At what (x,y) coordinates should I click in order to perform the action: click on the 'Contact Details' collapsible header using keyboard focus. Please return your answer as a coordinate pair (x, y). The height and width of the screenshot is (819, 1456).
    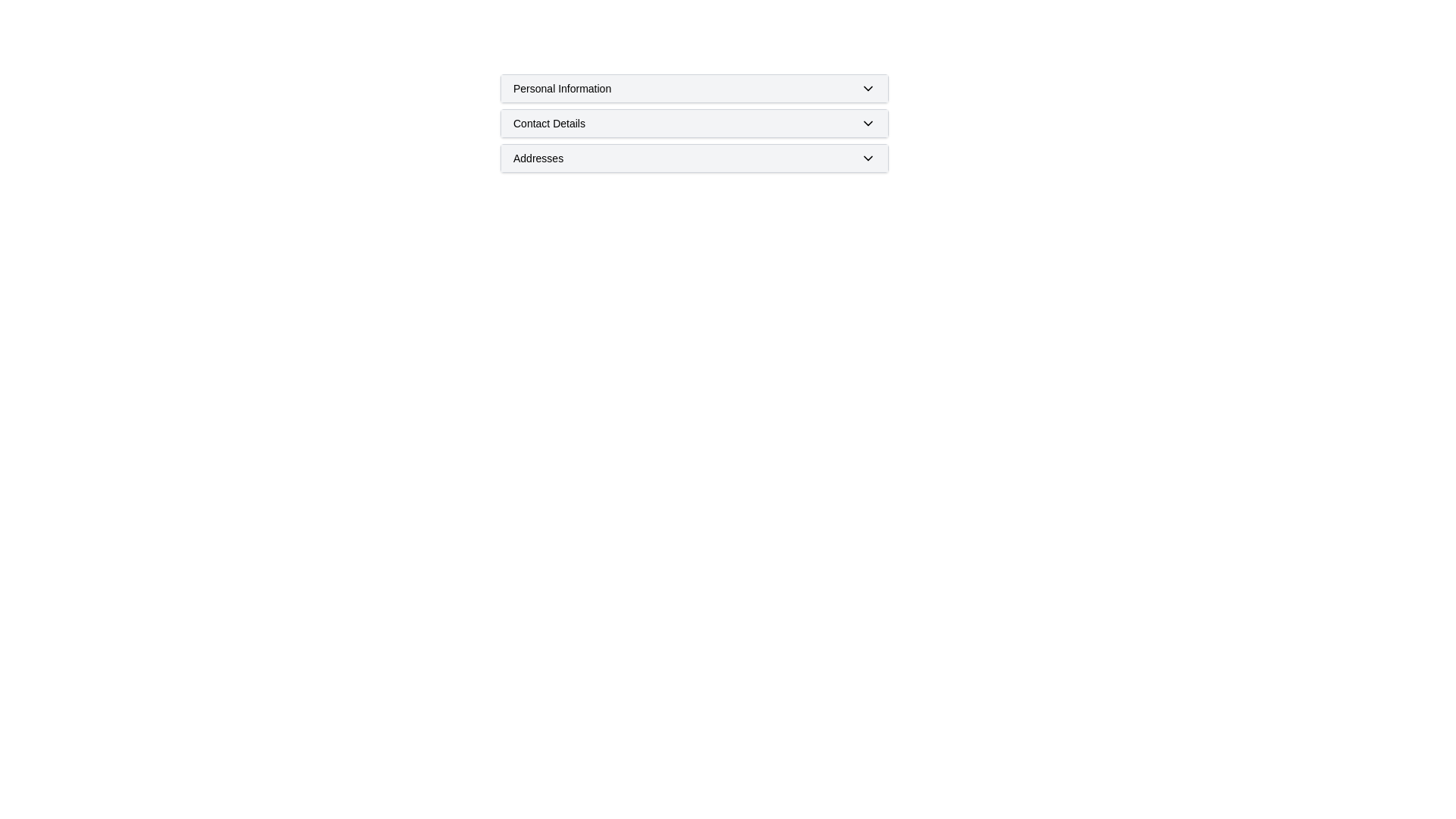
    Looking at the image, I should click on (694, 122).